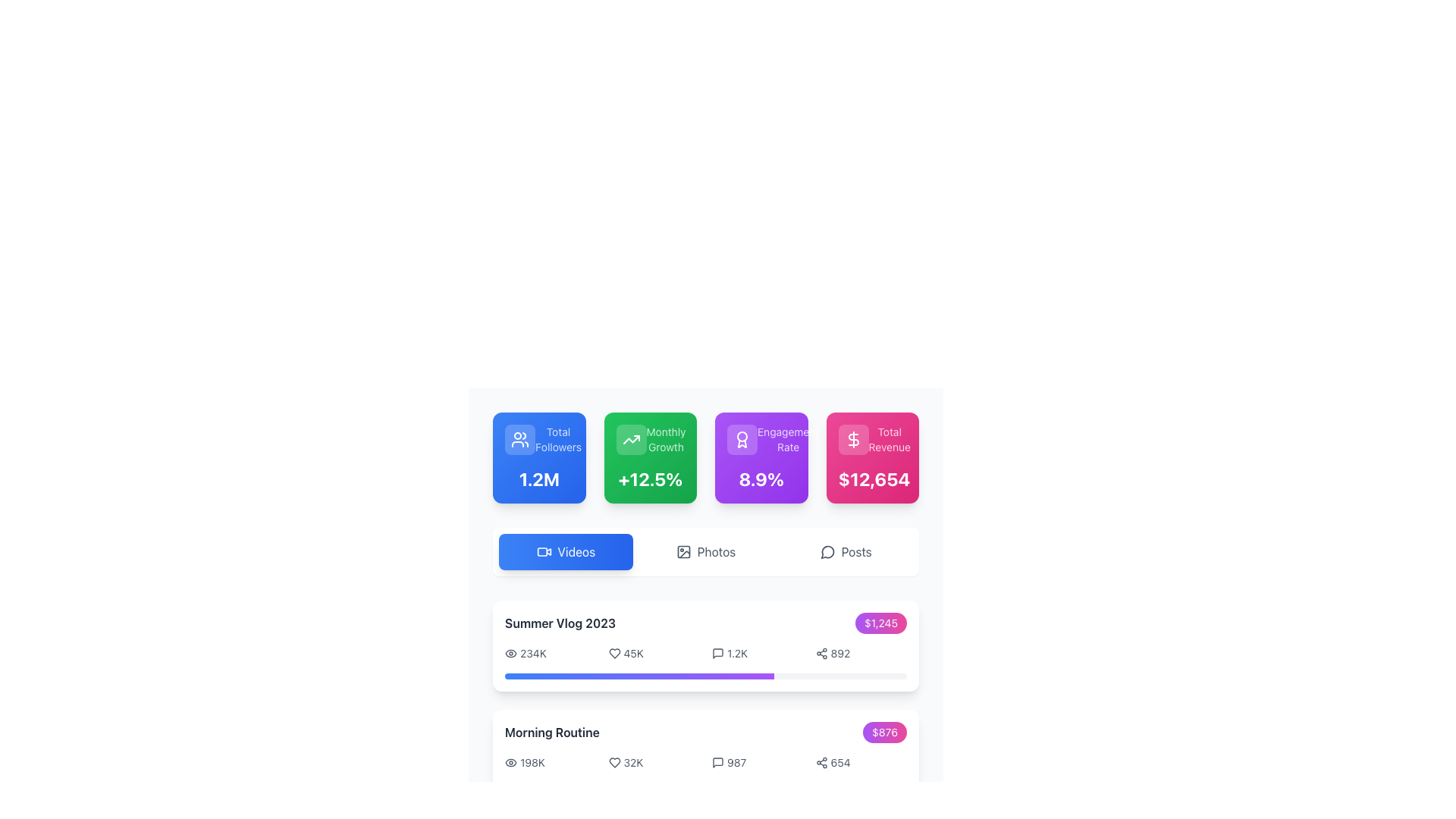  What do you see at coordinates (821, 652) in the screenshot?
I see `the share icon located next to the number '892' in the statistics section for 'Summer Vlog 2023' to initiate a share action` at bounding box center [821, 652].